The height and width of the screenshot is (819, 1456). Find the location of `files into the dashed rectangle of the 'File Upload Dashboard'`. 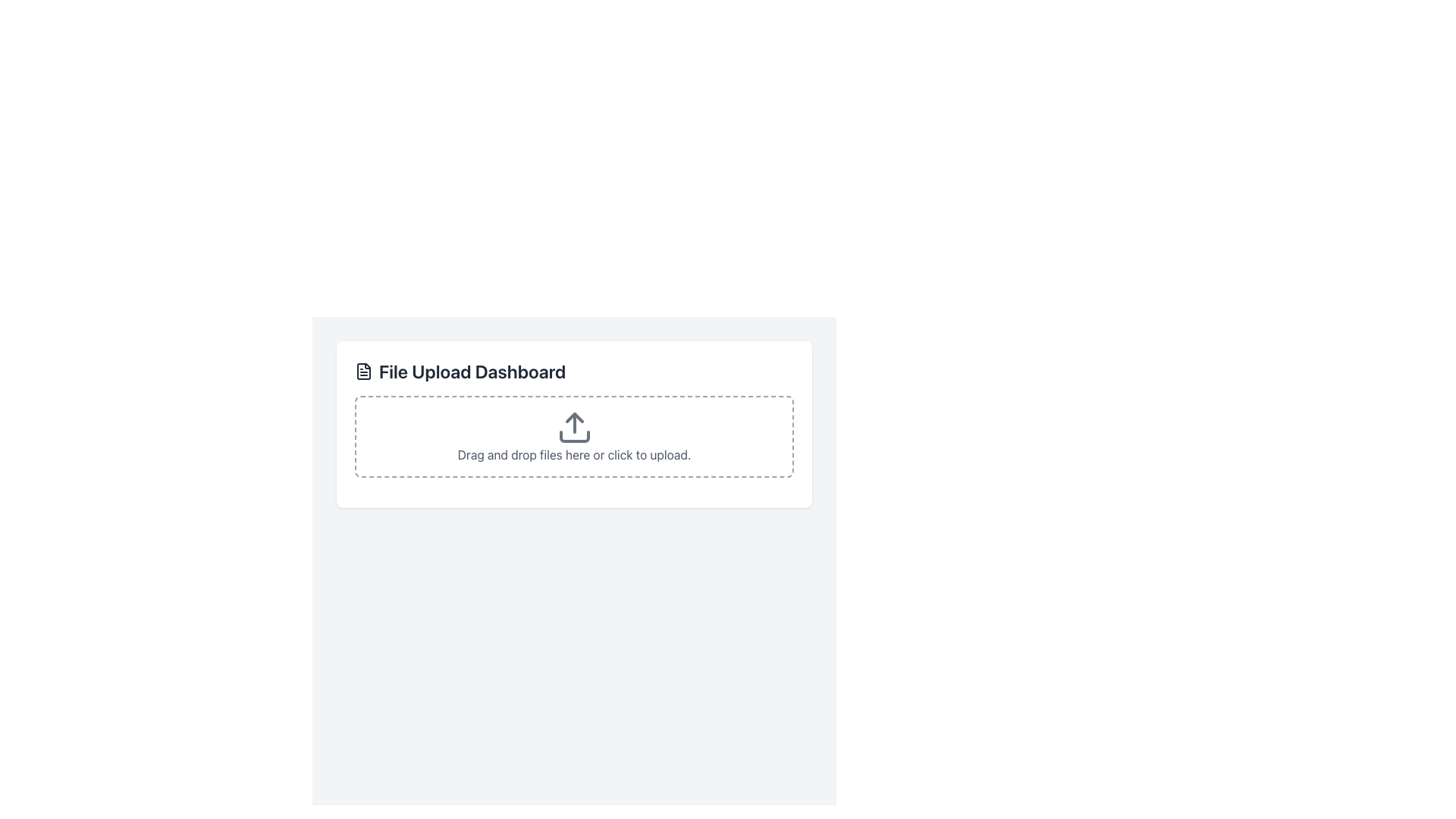

files into the dashed rectangle of the 'File Upload Dashboard' is located at coordinates (573, 424).